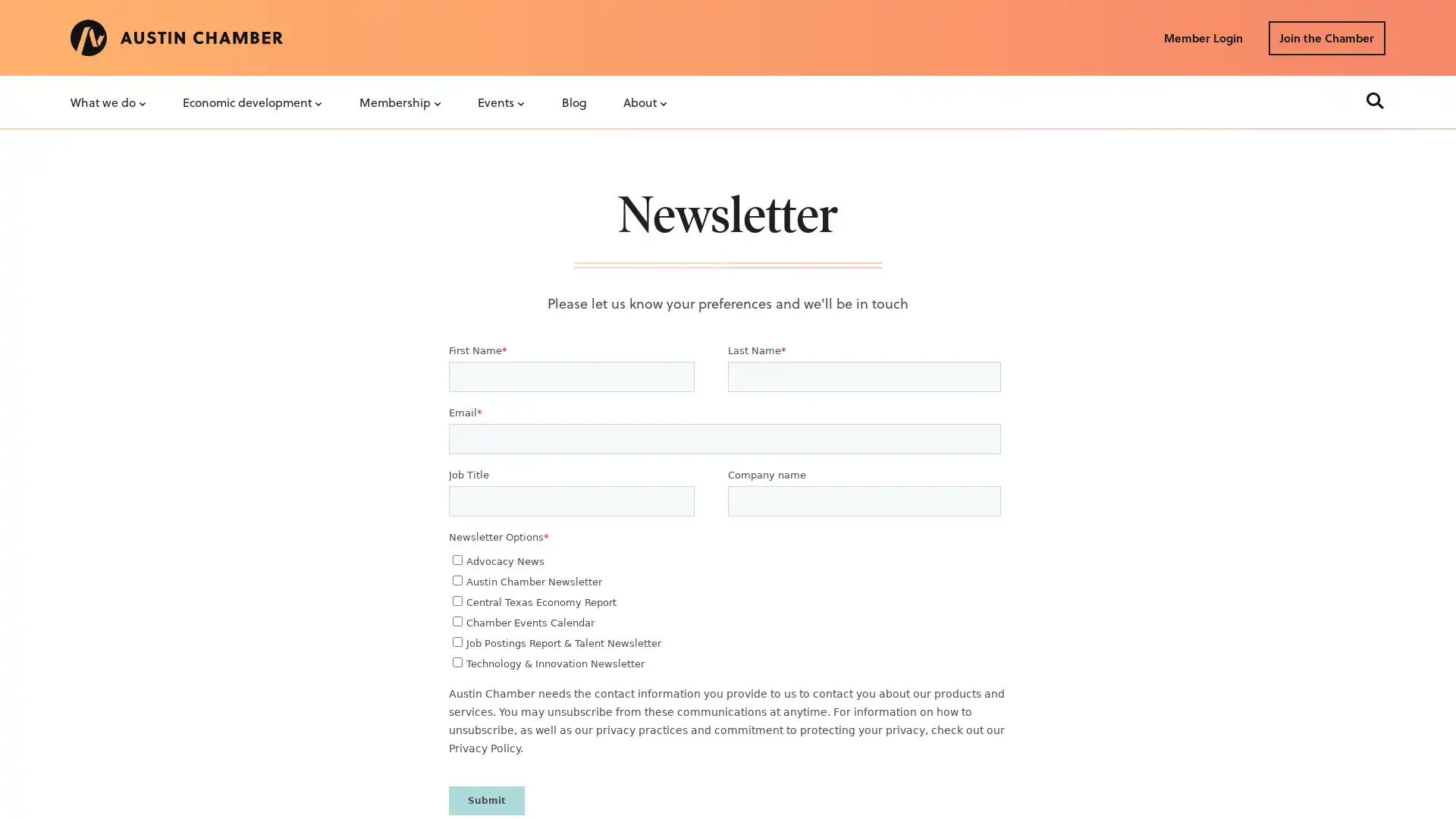  Describe the element at coordinates (1375, 102) in the screenshot. I see `Search` at that location.